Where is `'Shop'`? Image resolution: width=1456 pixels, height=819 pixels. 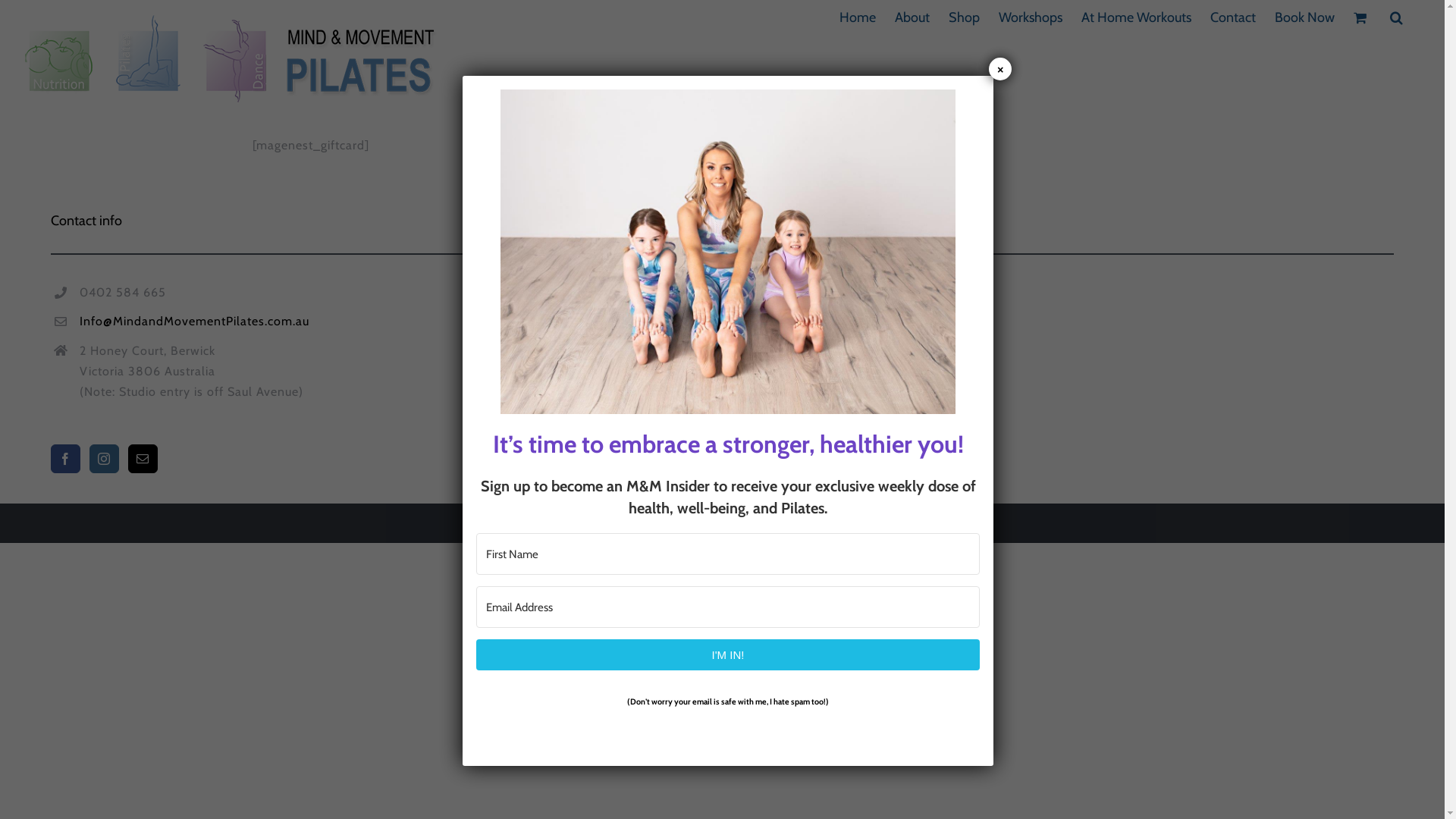 'Shop' is located at coordinates (948, 17).